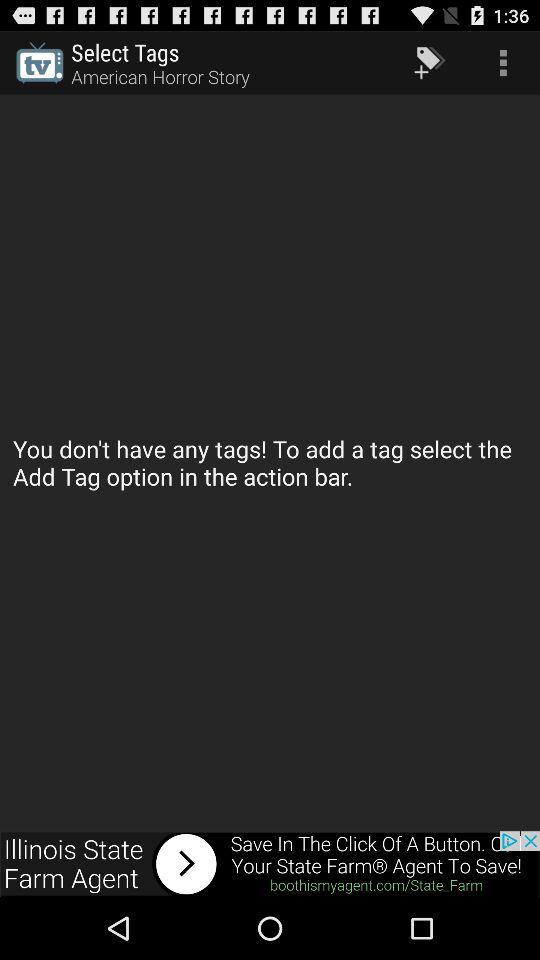 Image resolution: width=540 pixels, height=960 pixels. Describe the element at coordinates (270, 863) in the screenshot. I see `advertisement` at that location.